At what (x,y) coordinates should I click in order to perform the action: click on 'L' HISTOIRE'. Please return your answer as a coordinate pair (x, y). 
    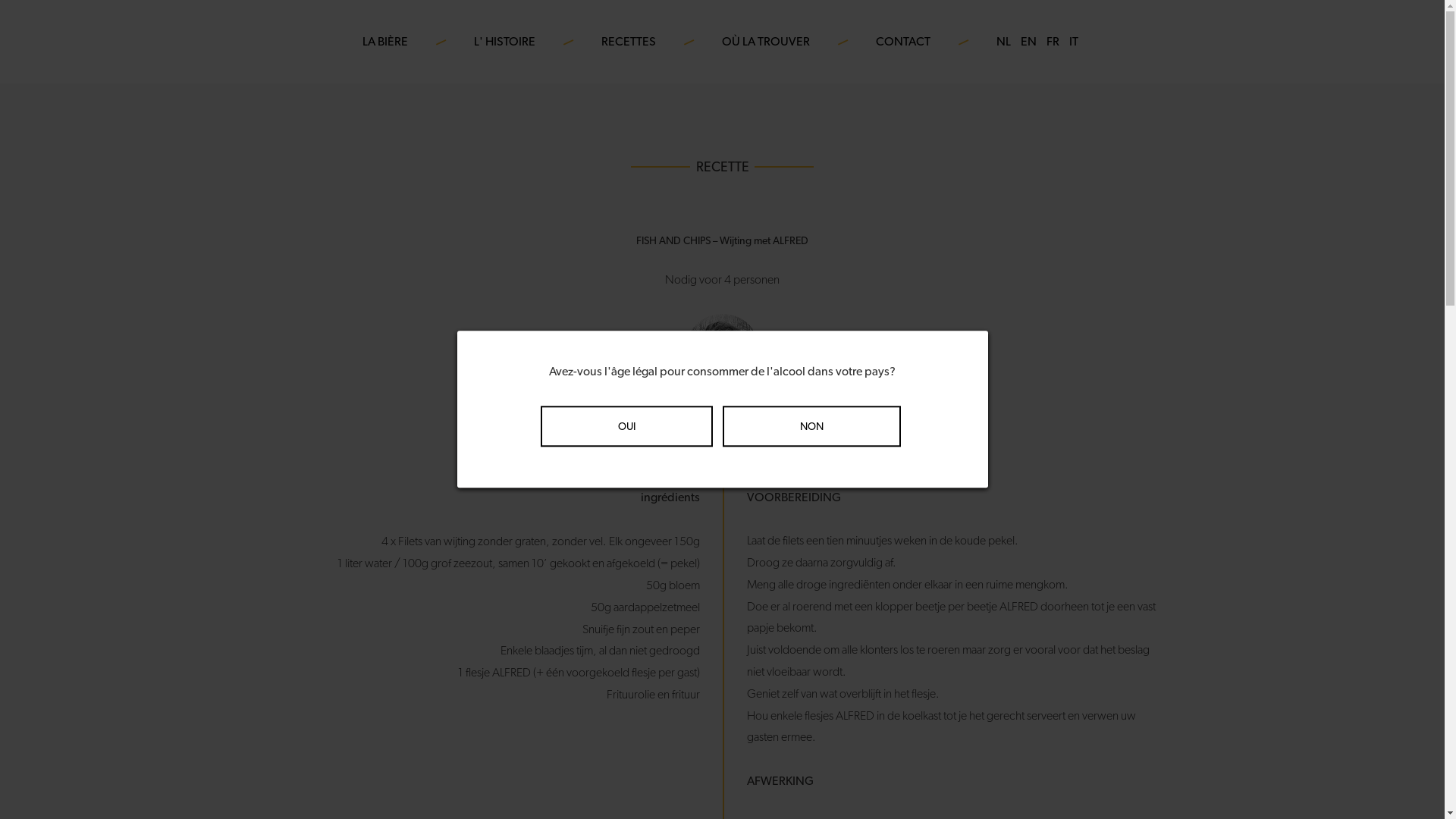
    Looking at the image, I should click on (504, 40).